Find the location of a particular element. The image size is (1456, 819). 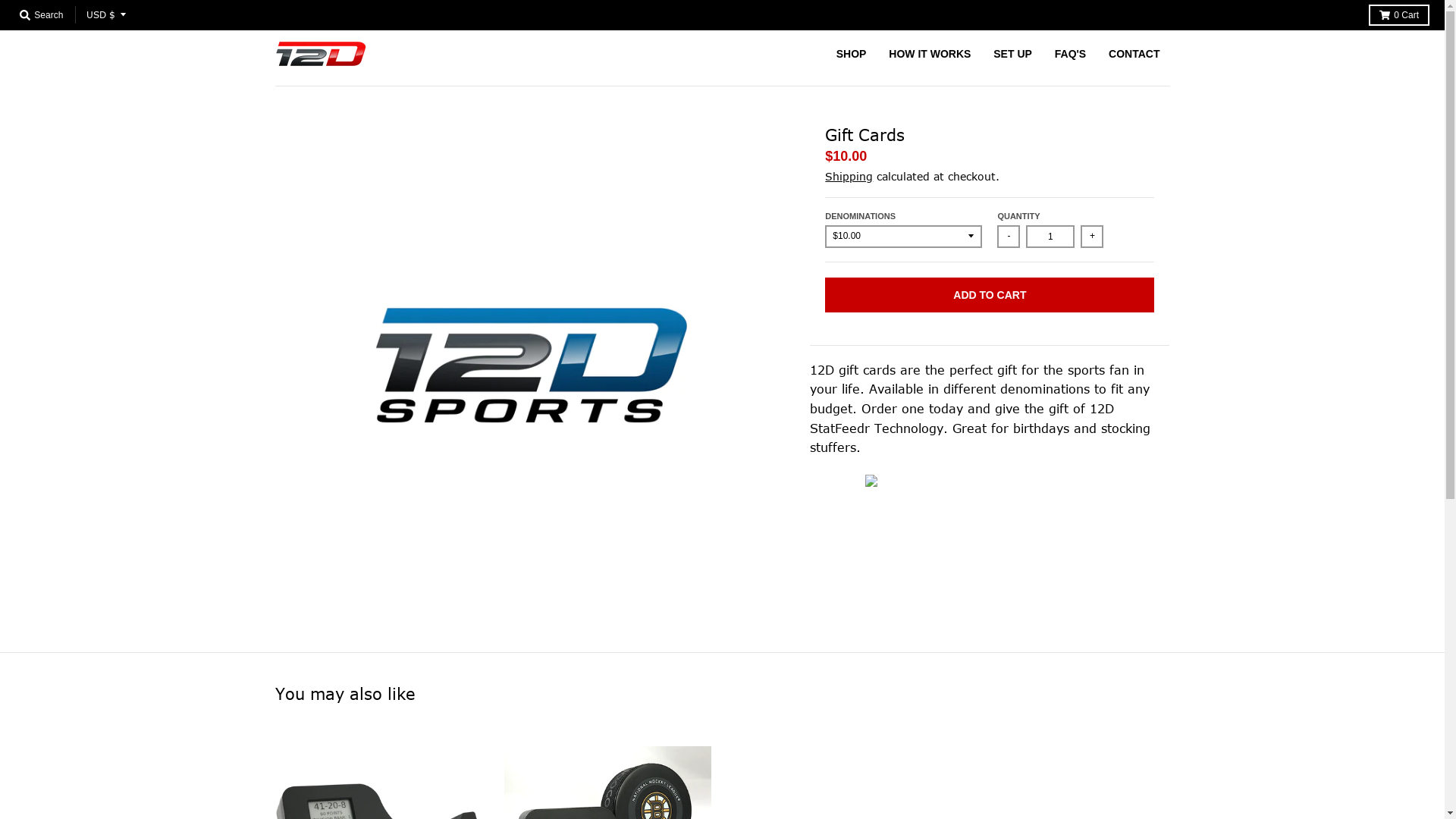

'-' is located at coordinates (997, 237).